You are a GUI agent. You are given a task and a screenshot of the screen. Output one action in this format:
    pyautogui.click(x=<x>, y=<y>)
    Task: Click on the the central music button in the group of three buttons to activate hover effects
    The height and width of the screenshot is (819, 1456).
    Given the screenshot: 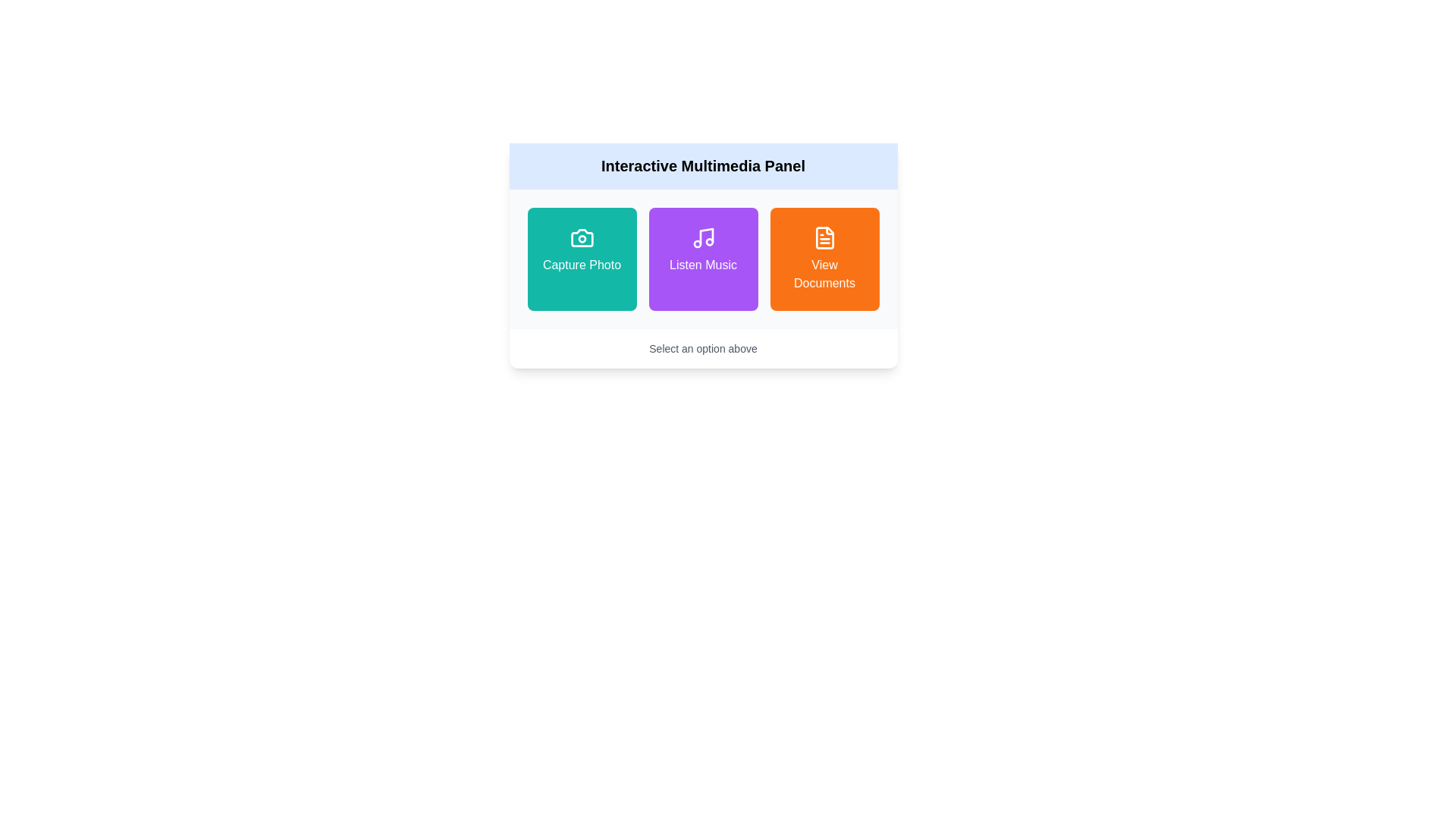 What is the action you would take?
    pyautogui.click(x=702, y=259)
    